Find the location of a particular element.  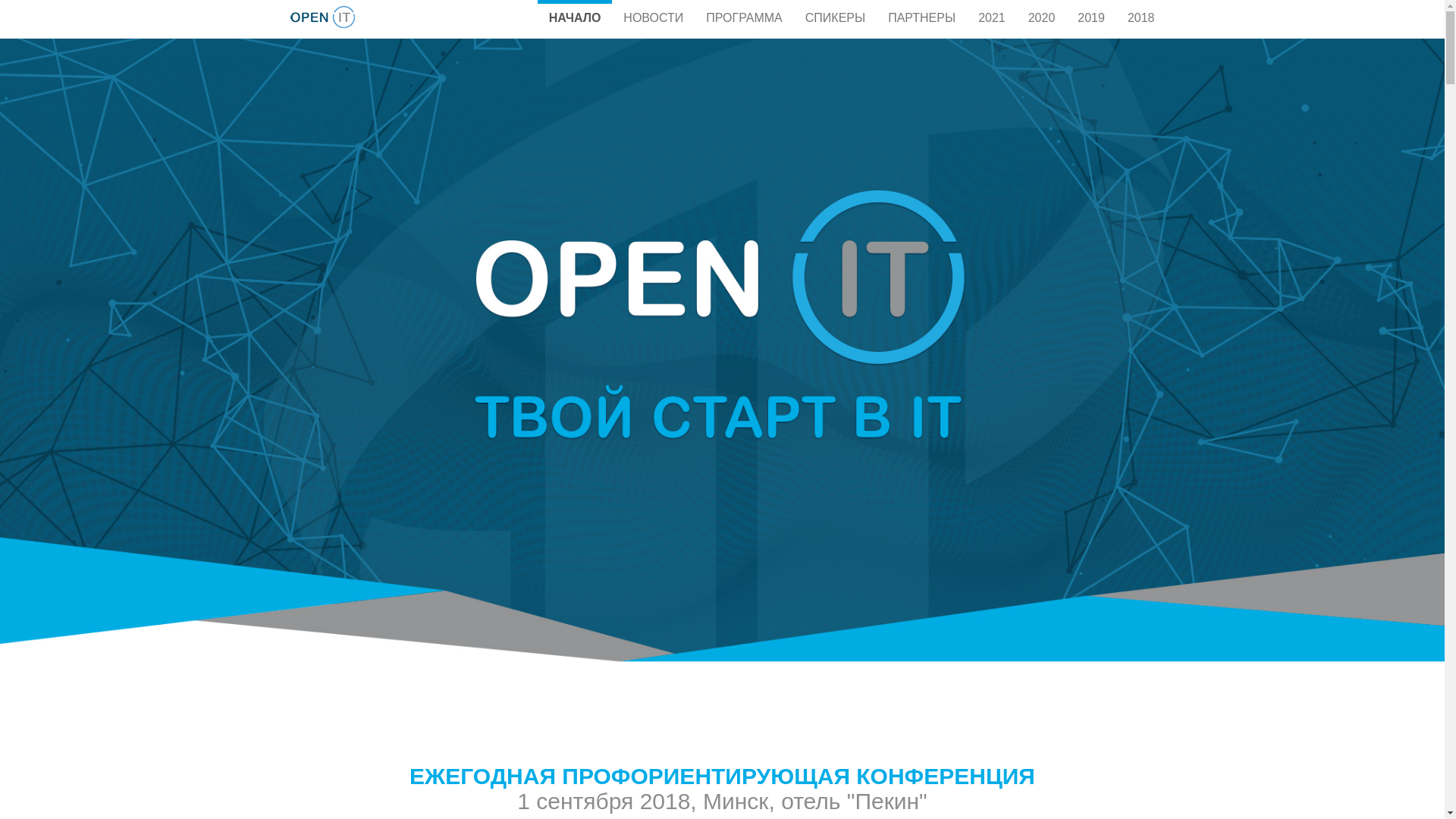

'2021' is located at coordinates (992, 17).